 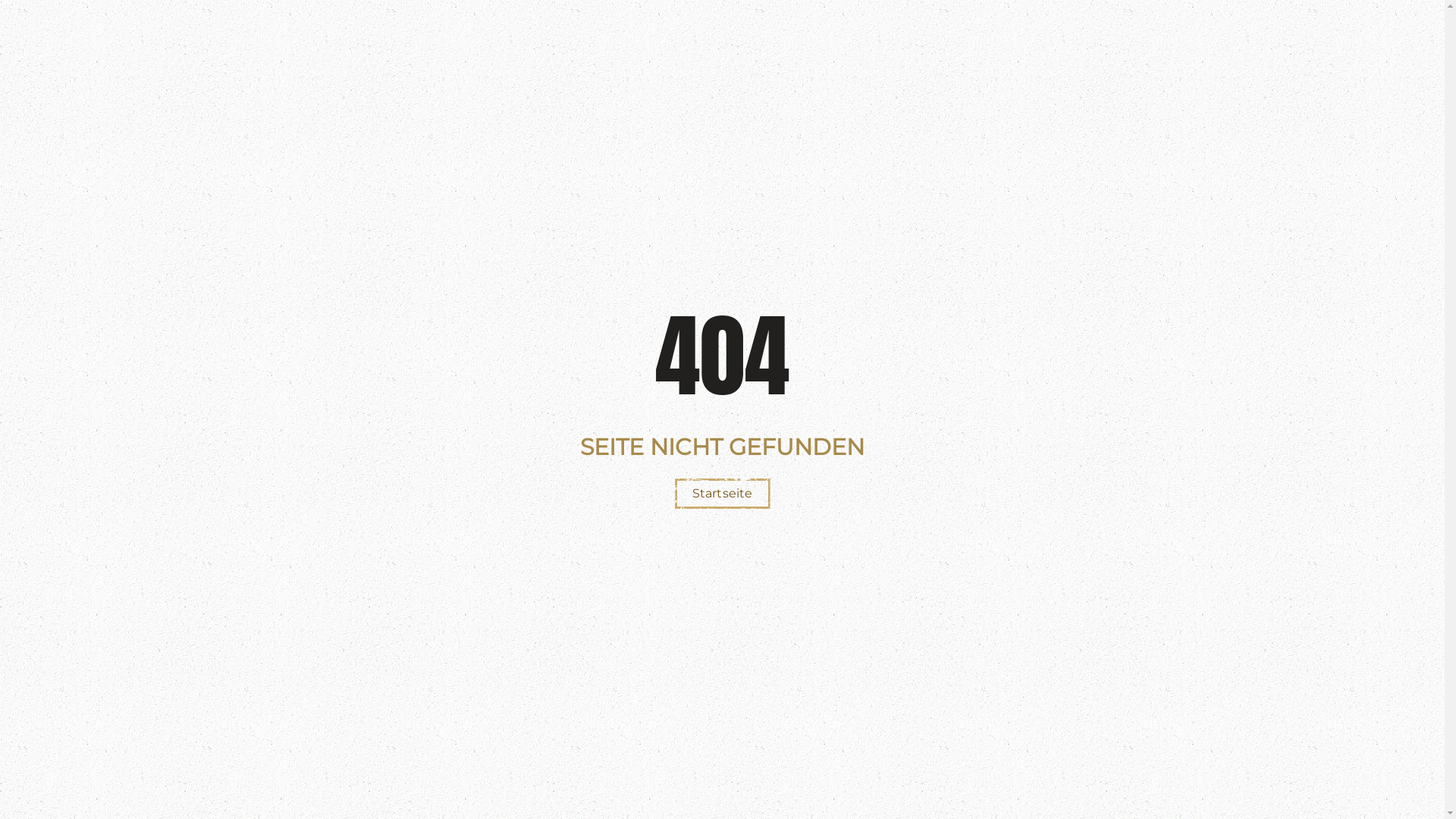 I want to click on 'Startseite', so click(x=673, y=494).